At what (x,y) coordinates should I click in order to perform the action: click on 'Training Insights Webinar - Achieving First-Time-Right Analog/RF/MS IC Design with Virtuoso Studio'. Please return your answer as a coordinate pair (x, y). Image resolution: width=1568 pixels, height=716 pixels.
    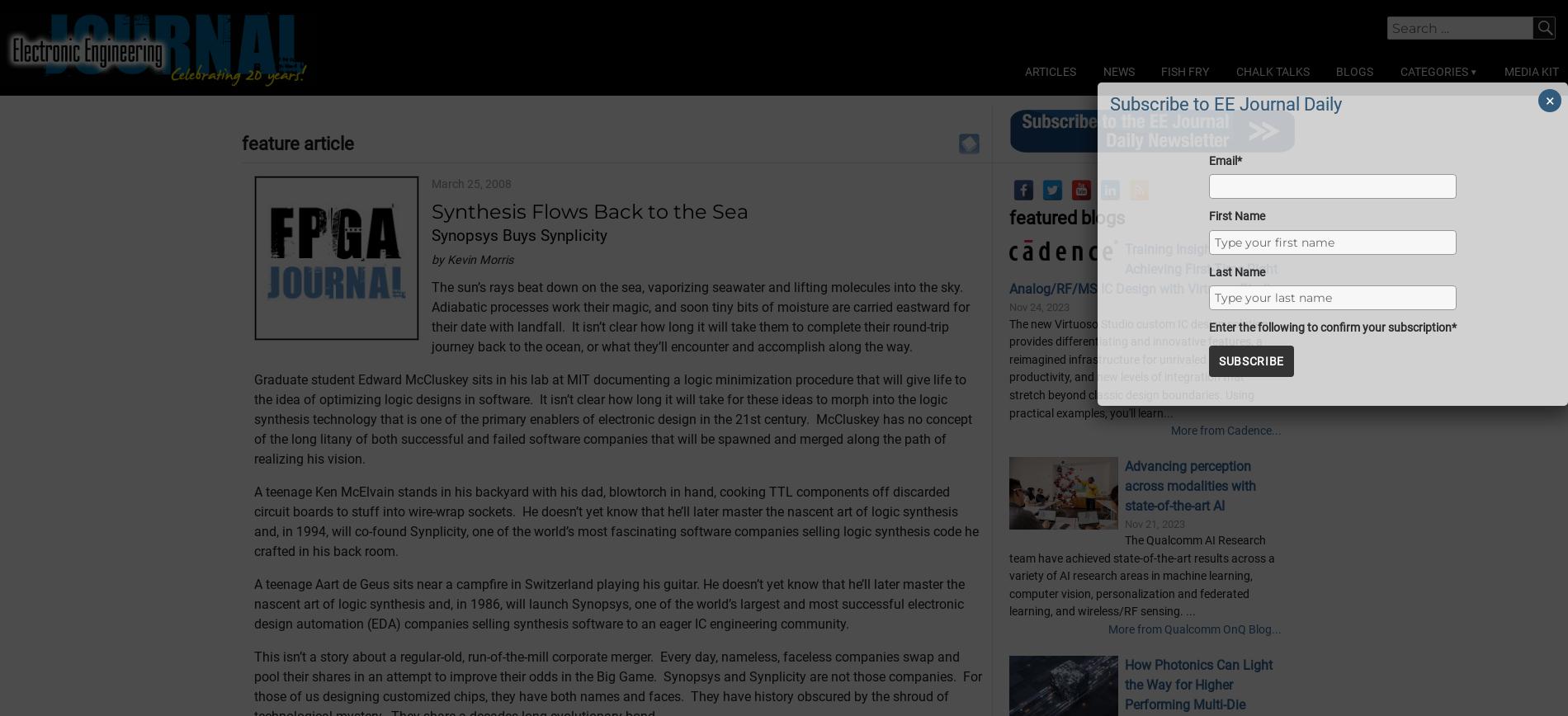
    Looking at the image, I should click on (1143, 351).